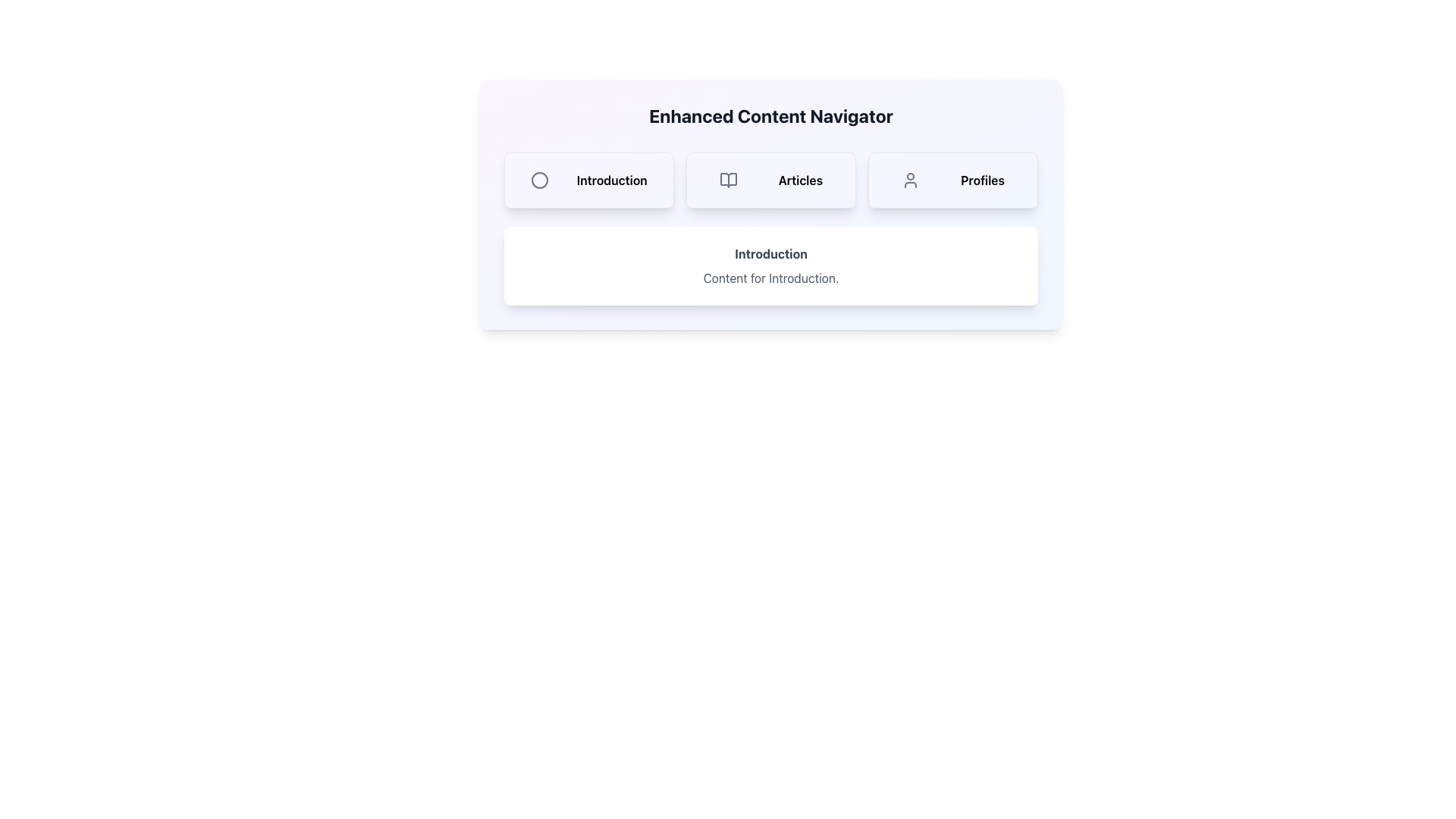 The width and height of the screenshot is (1456, 819). What do you see at coordinates (771, 180) in the screenshot?
I see `the 'Articles' button in the Category toggle button` at bounding box center [771, 180].